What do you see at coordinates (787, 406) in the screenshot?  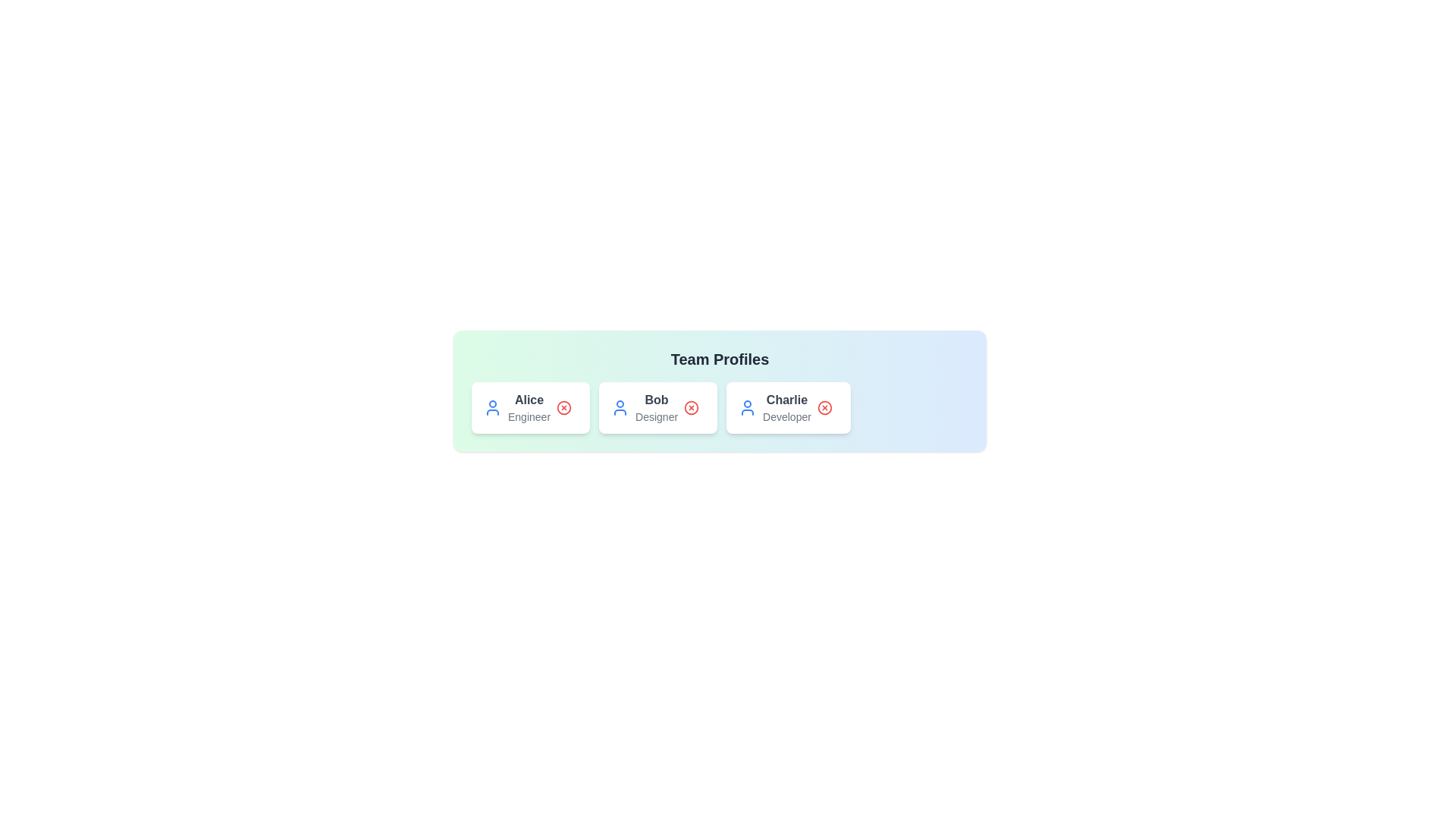 I see `the profile chip for Charlie` at bounding box center [787, 406].